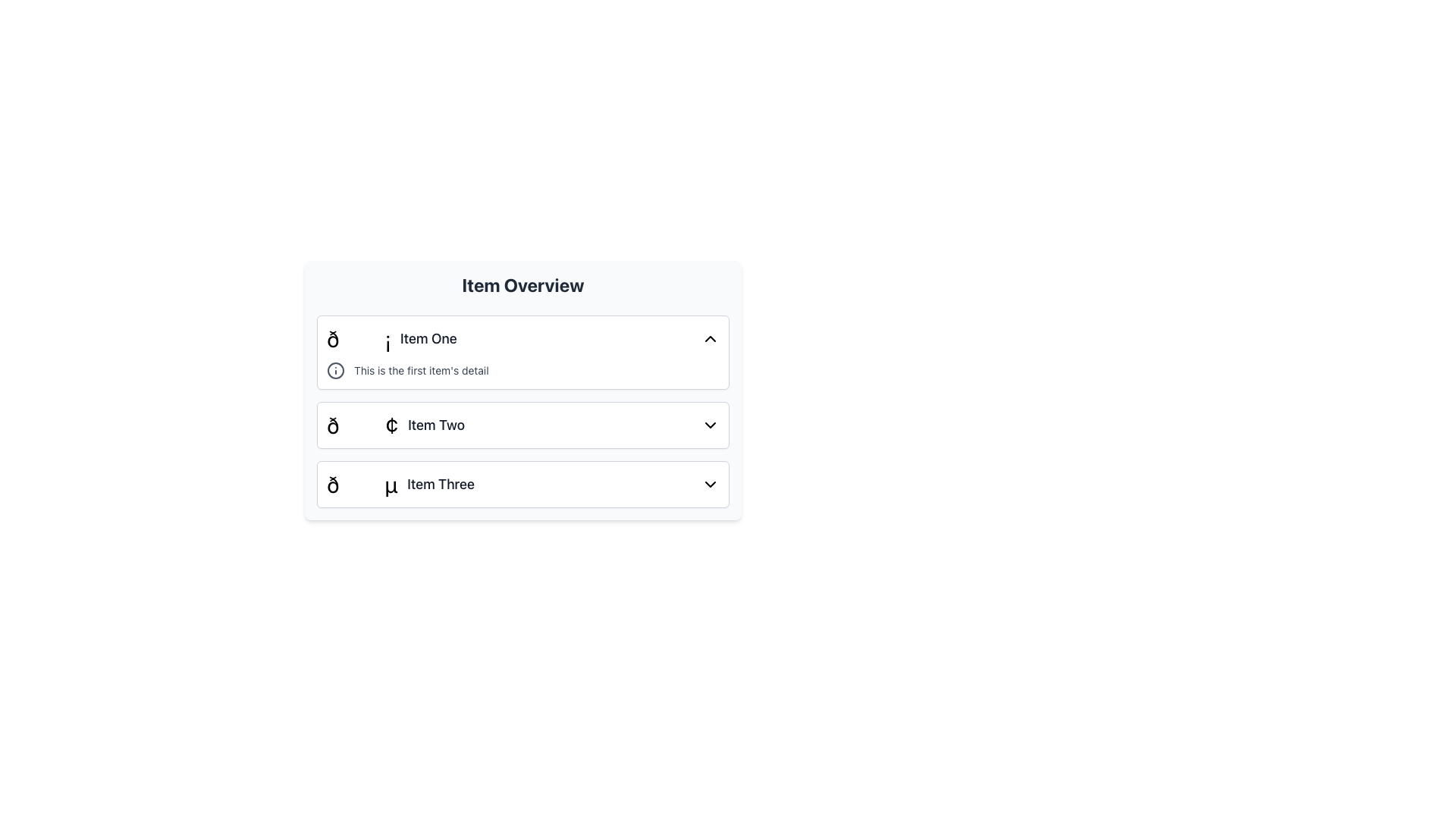  I want to click on text of the heading element that serves as a title for the section above the list of items within the panel, so click(523, 284).